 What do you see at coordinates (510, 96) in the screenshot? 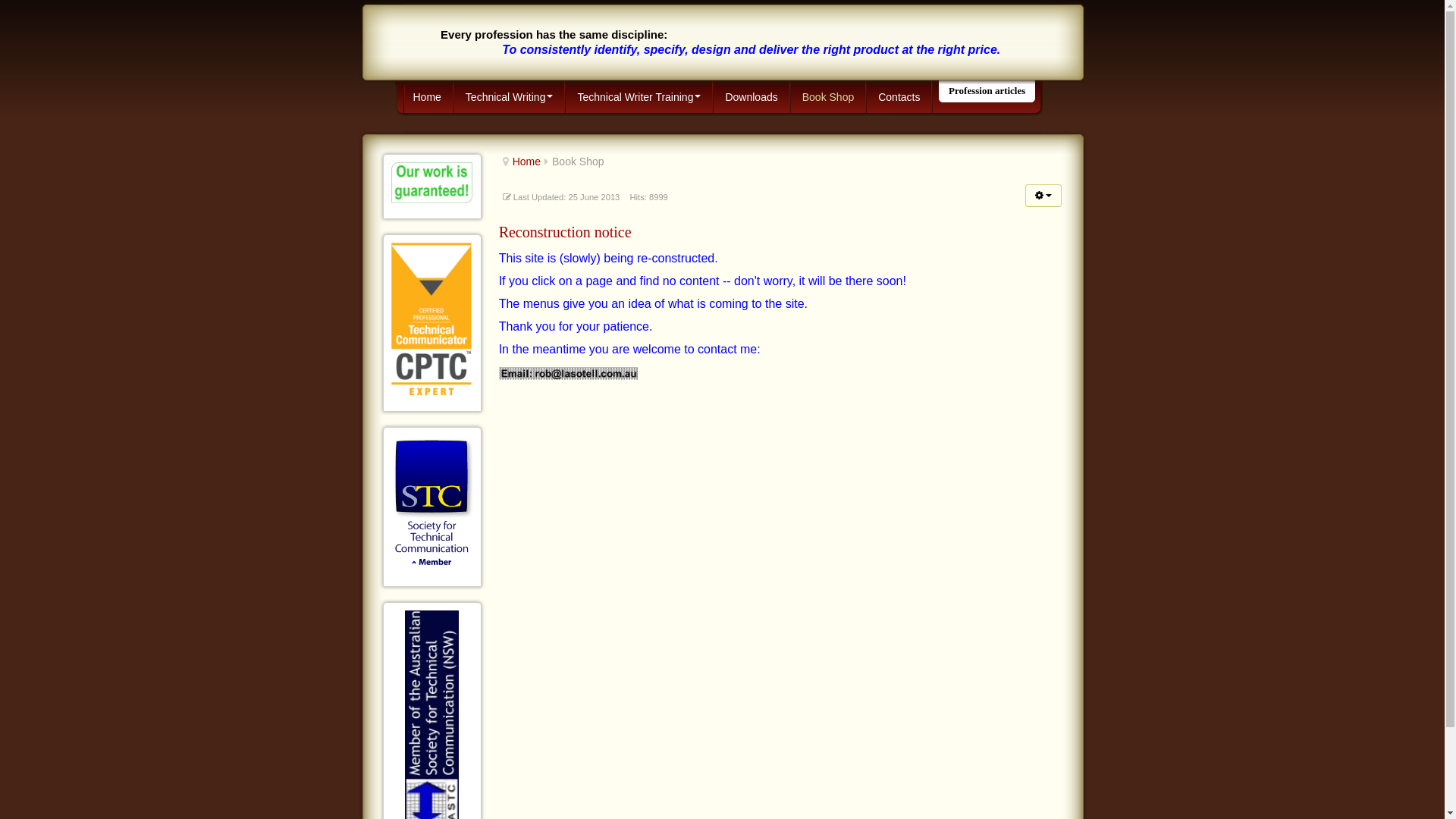
I see `'Technical Writing'` at bounding box center [510, 96].